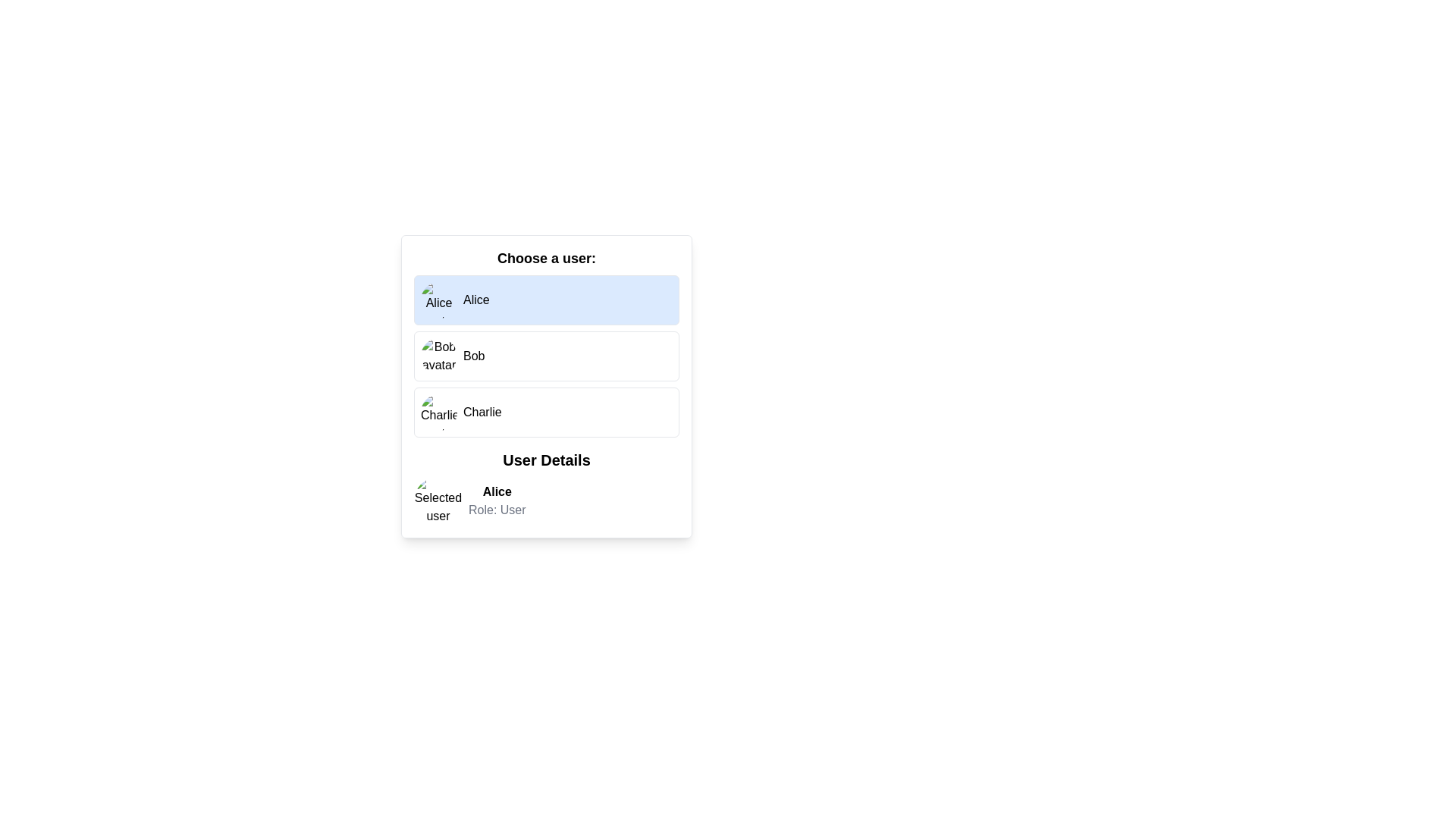  What do you see at coordinates (546, 500) in the screenshot?
I see `the Information display element that summarizes a selected user's details, including their avatar and role, located in the 'User Details' section` at bounding box center [546, 500].